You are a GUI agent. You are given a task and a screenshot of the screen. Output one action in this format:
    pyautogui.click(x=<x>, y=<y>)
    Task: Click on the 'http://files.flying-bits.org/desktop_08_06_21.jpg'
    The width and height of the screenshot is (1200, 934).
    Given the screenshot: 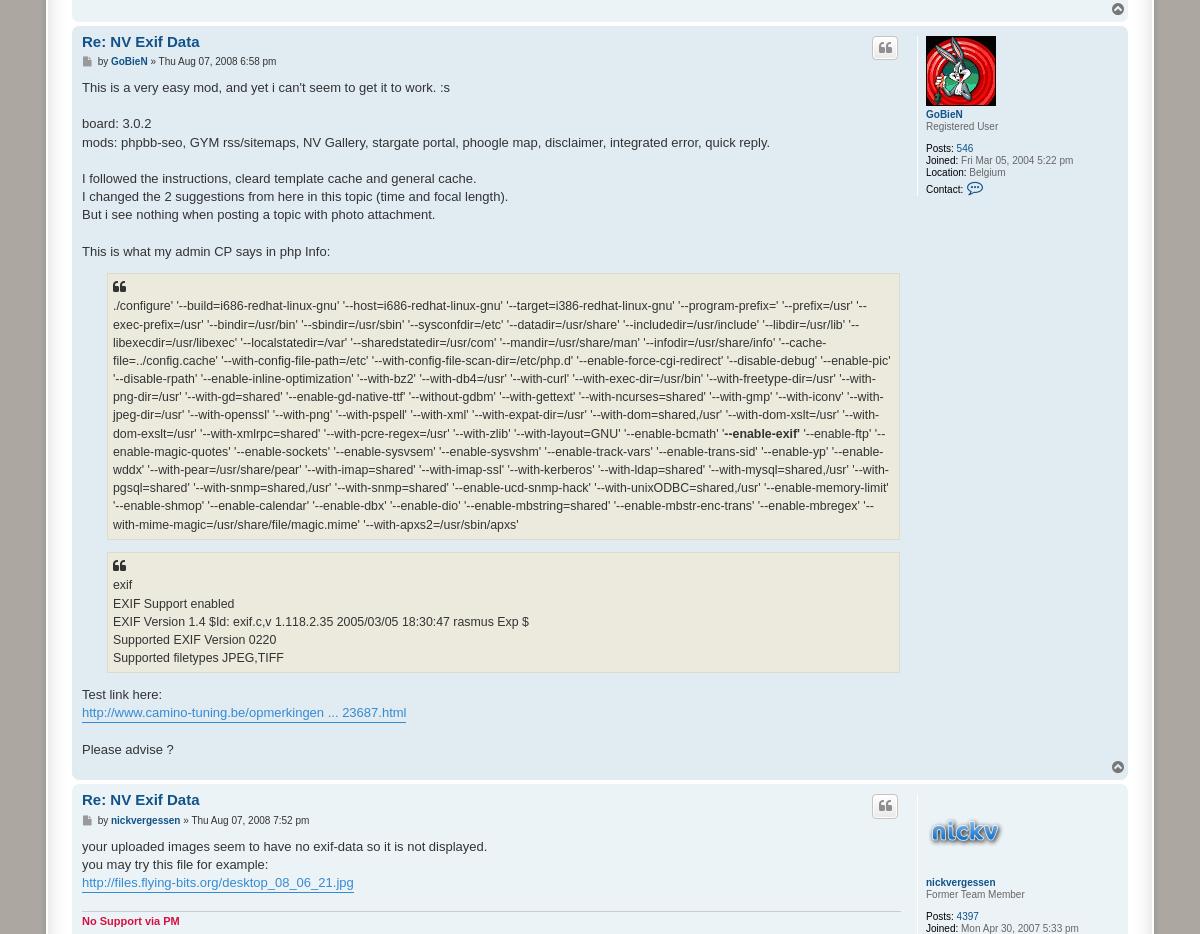 What is the action you would take?
    pyautogui.click(x=216, y=880)
    